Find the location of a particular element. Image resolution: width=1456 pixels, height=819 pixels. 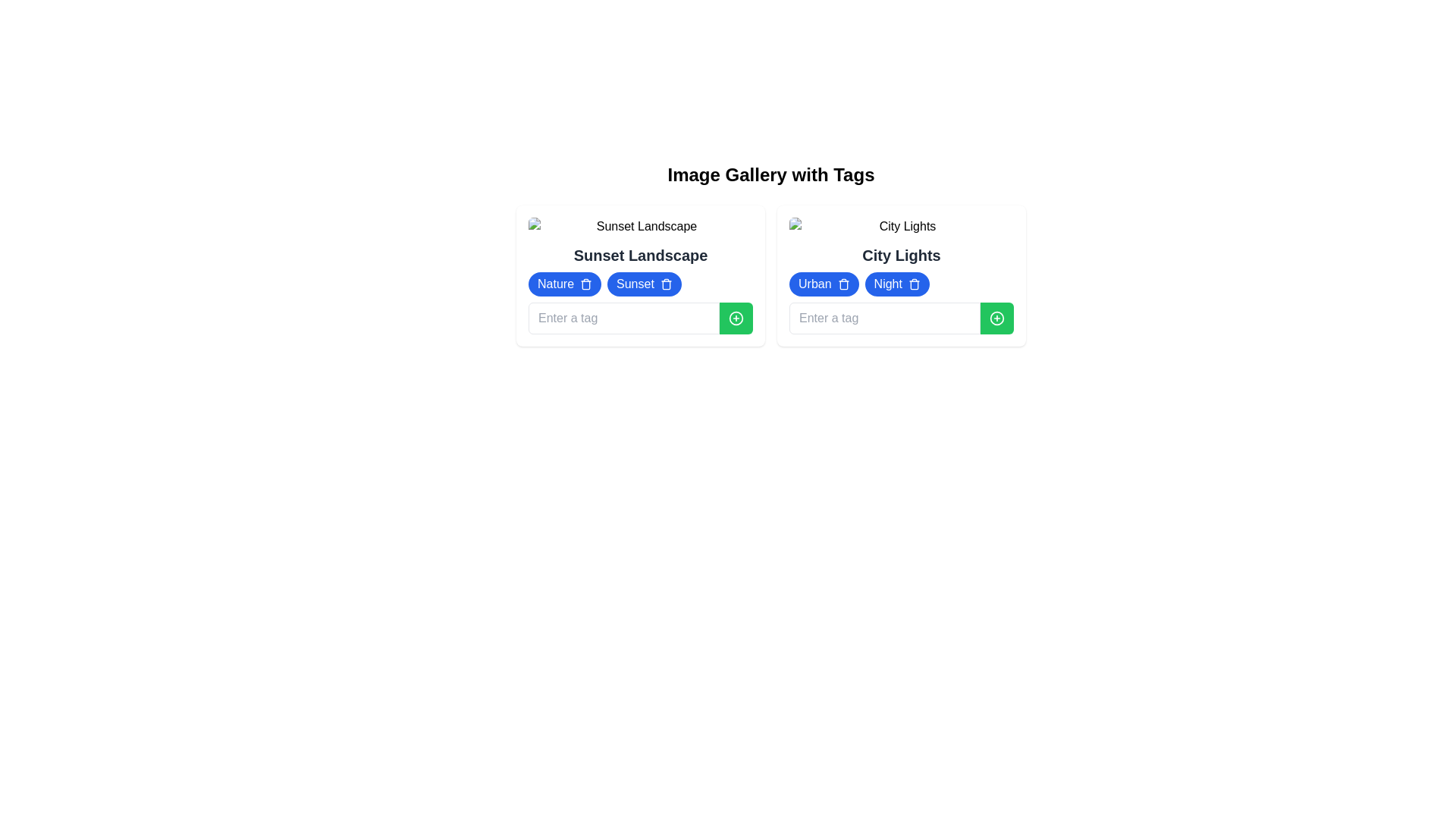

the circular green plus sign button located in the bottom-right corner of the 'City Lights' card is located at coordinates (736, 318).